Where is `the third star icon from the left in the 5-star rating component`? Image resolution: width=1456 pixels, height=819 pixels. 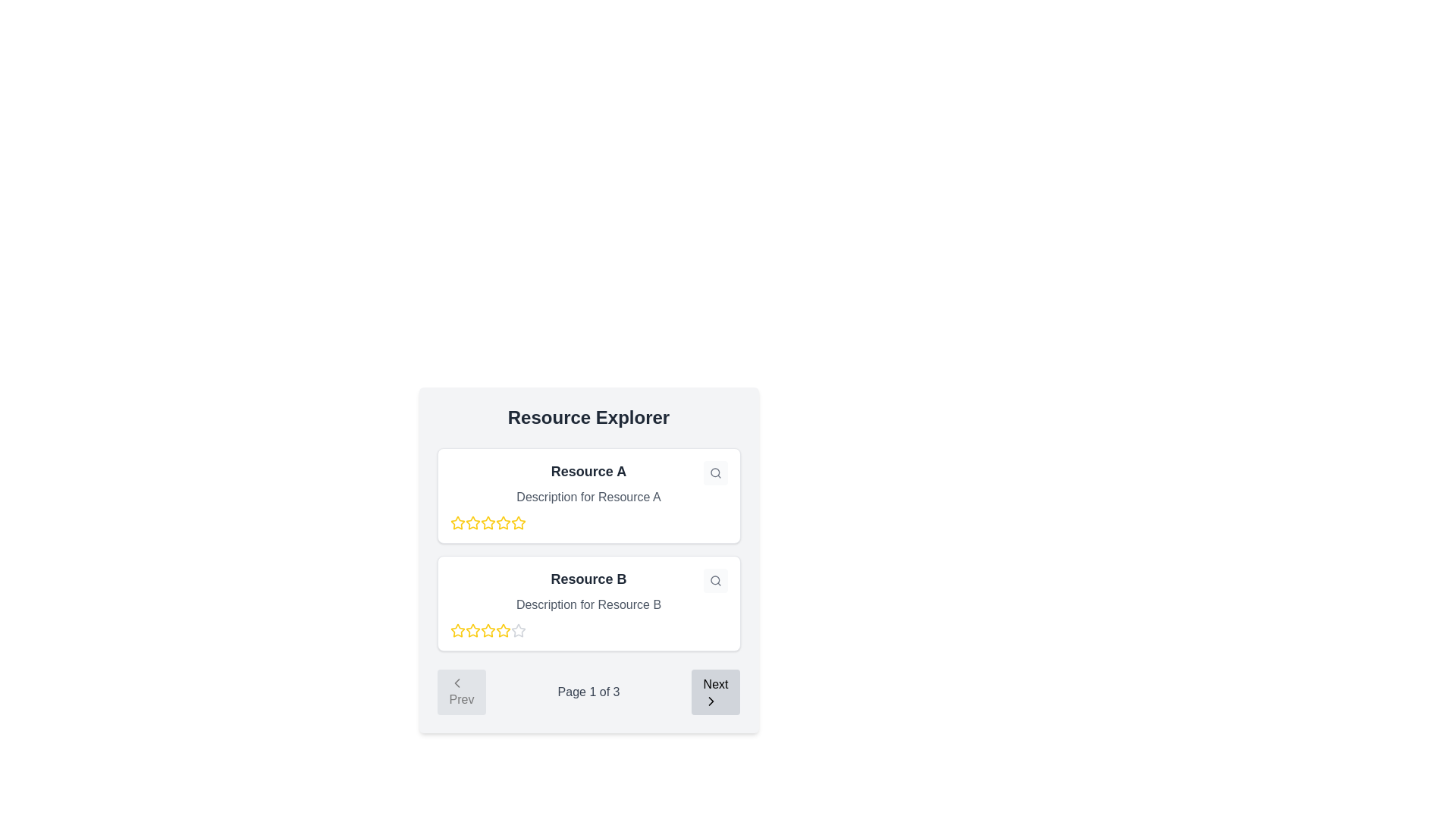 the third star icon from the left in the 5-star rating component is located at coordinates (503, 522).